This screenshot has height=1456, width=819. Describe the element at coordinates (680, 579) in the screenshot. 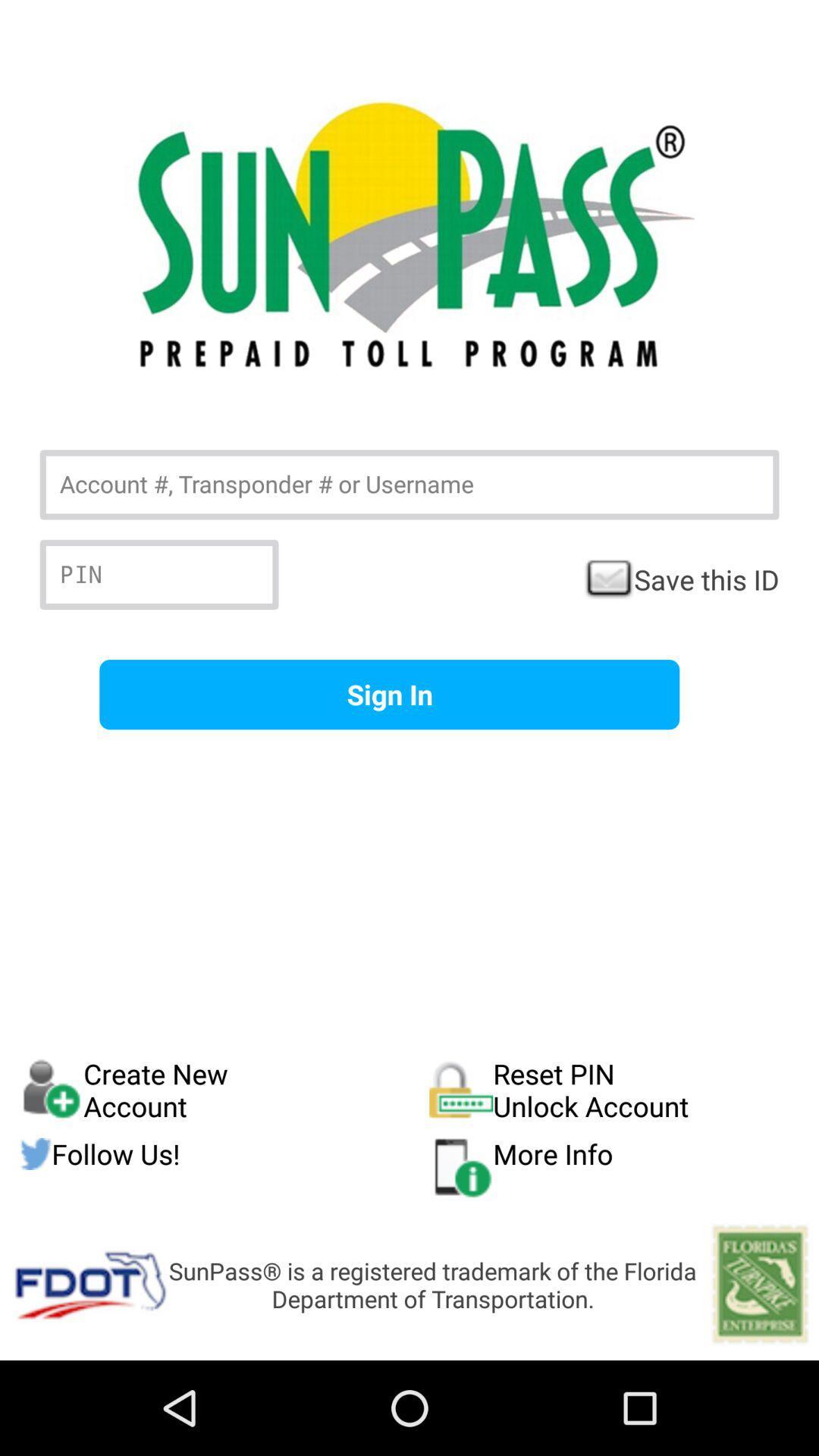

I see `checkbox on the right` at that location.